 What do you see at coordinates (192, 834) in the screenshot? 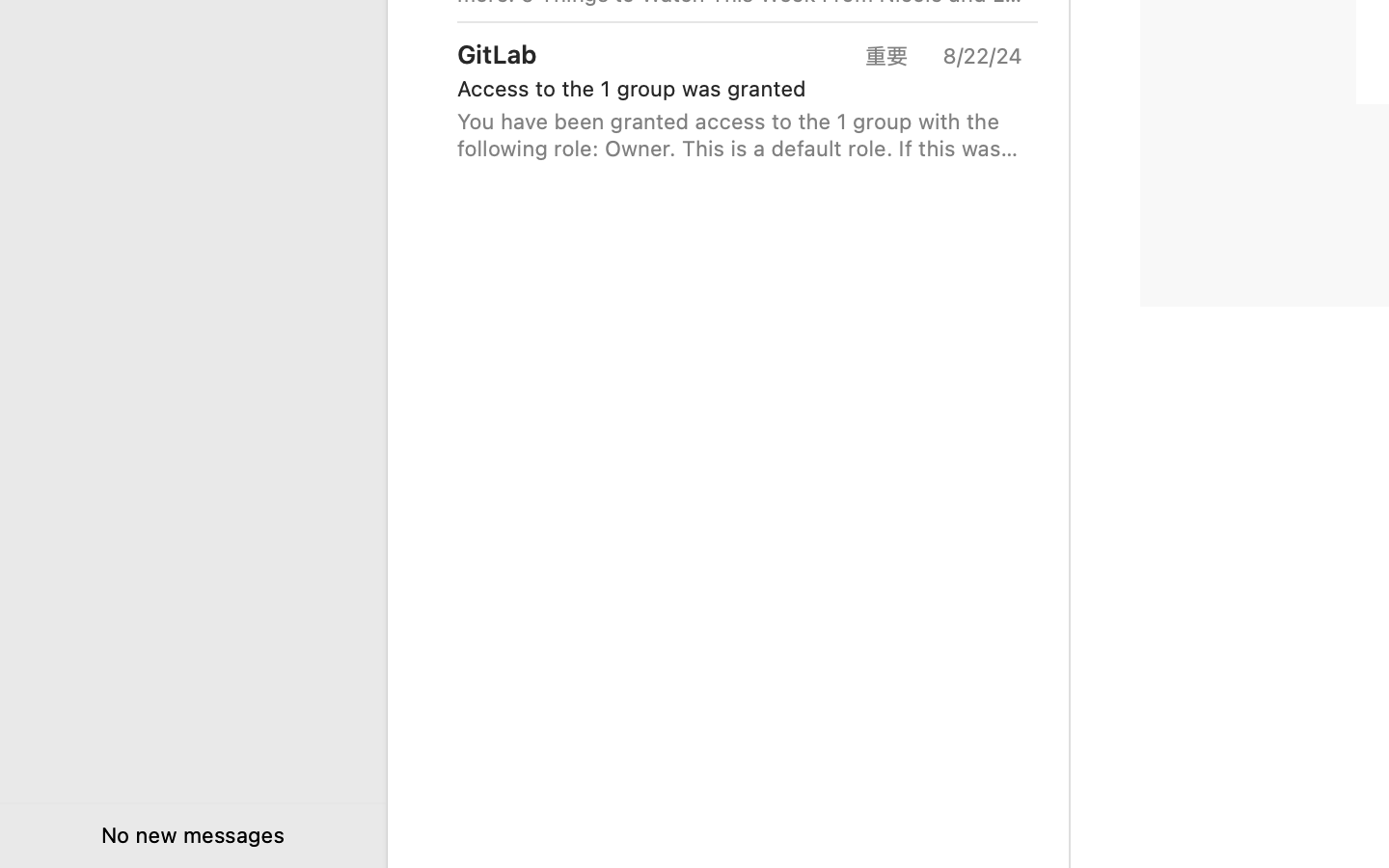
I see `'No new messages'` at bounding box center [192, 834].